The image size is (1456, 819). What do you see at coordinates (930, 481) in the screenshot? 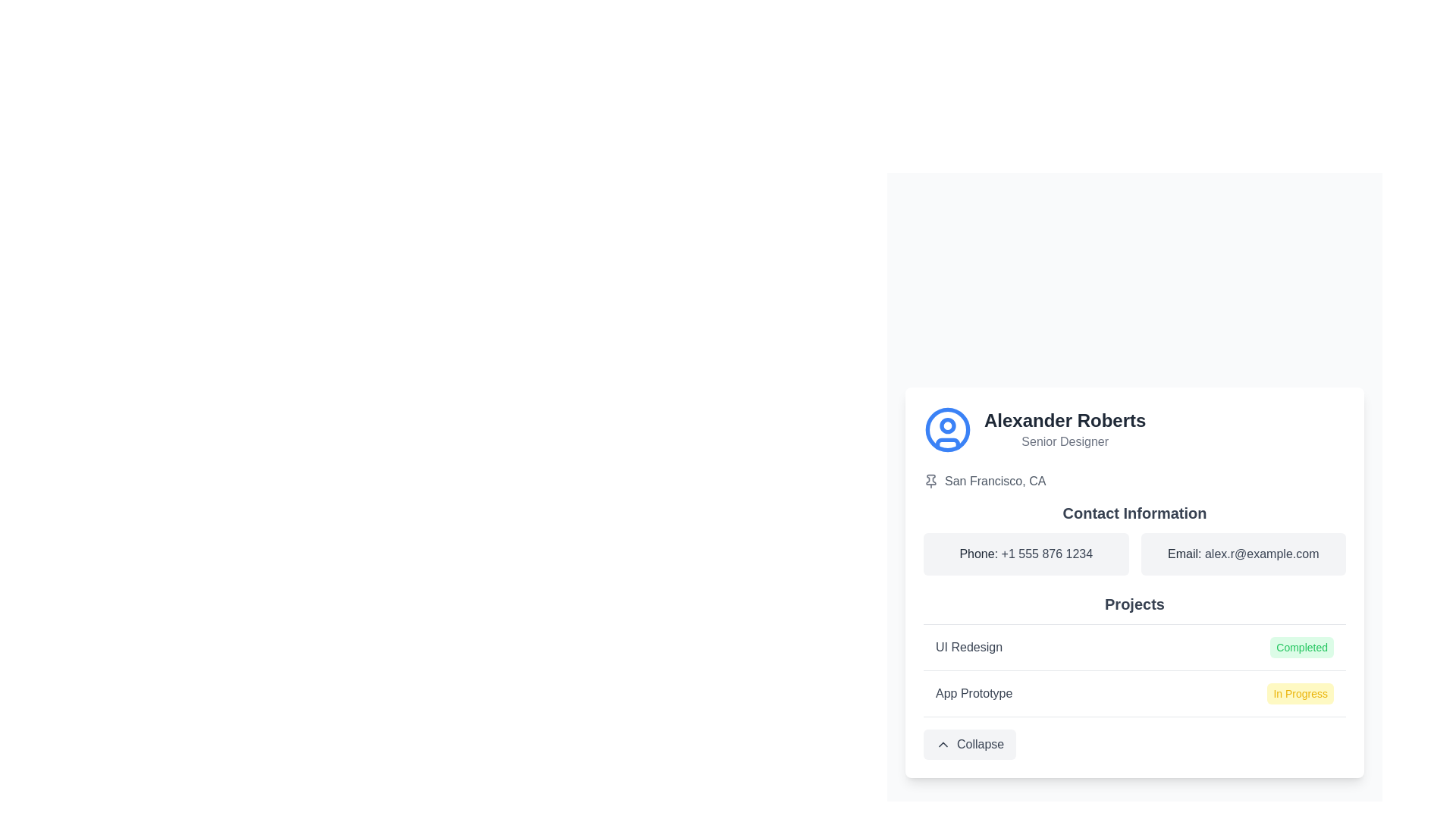
I see `the visual indicator icon representing a location, which is positioned to the left of the text 'San Francisco, CA' within the user profile card` at bounding box center [930, 481].